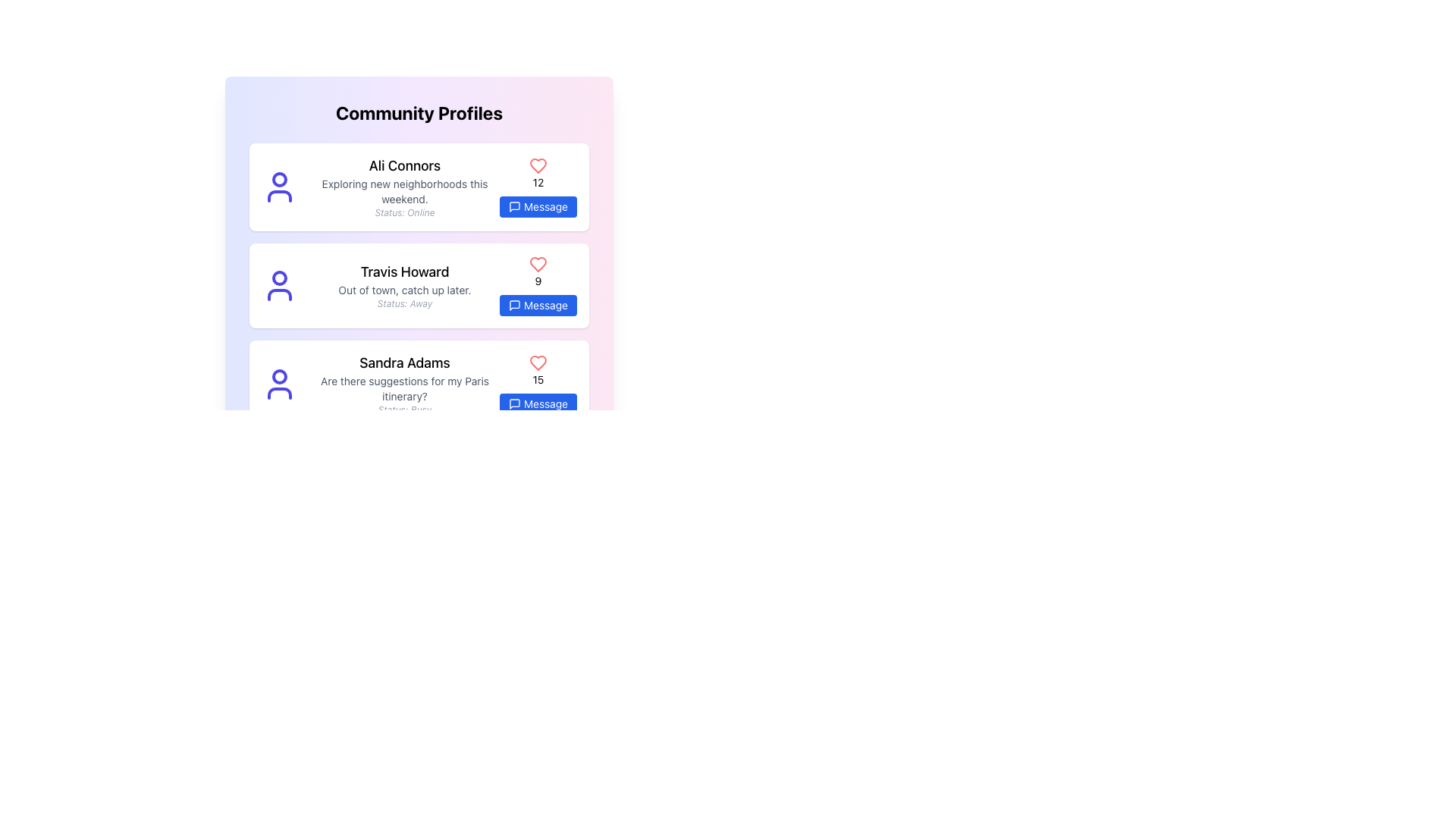 The width and height of the screenshot is (1456, 819). Describe the element at coordinates (538, 281) in the screenshot. I see `number displayed in the static text component showing likes or favorites for Travis Howard, located in the second profile card of the community profile section, positioned below the red heart icon and above the 'Message' button` at that location.